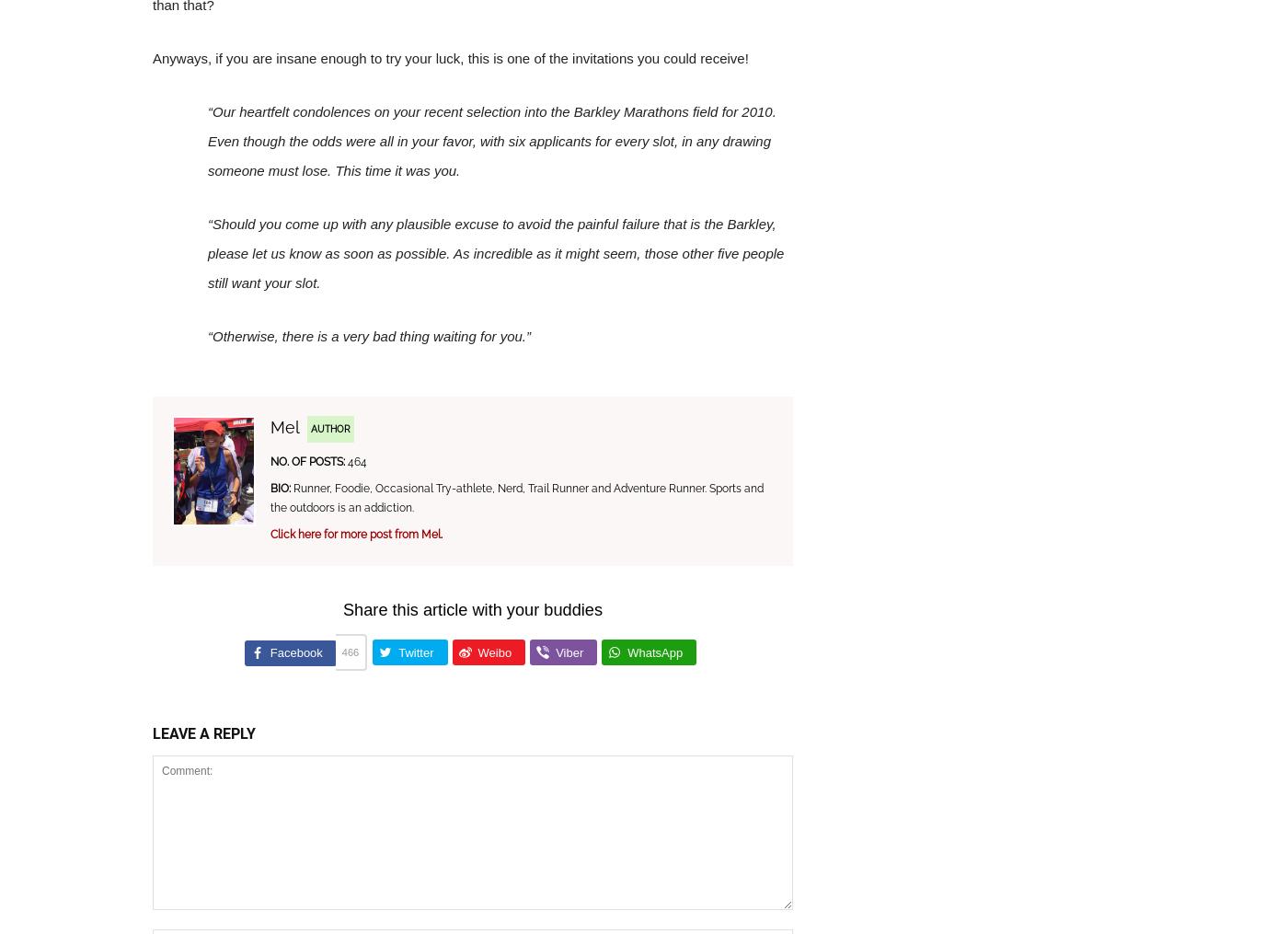 The width and height of the screenshot is (1288, 934). What do you see at coordinates (491, 140) in the screenshot?
I see `'“Our heartfelt condolences on your recent selection into the Barkley Marathons field for 2010. Even though the odds were all in your favor, with six applicants for every slot, in any drawing someone must lose. This time it was you.'` at bounding box center [491, 140].